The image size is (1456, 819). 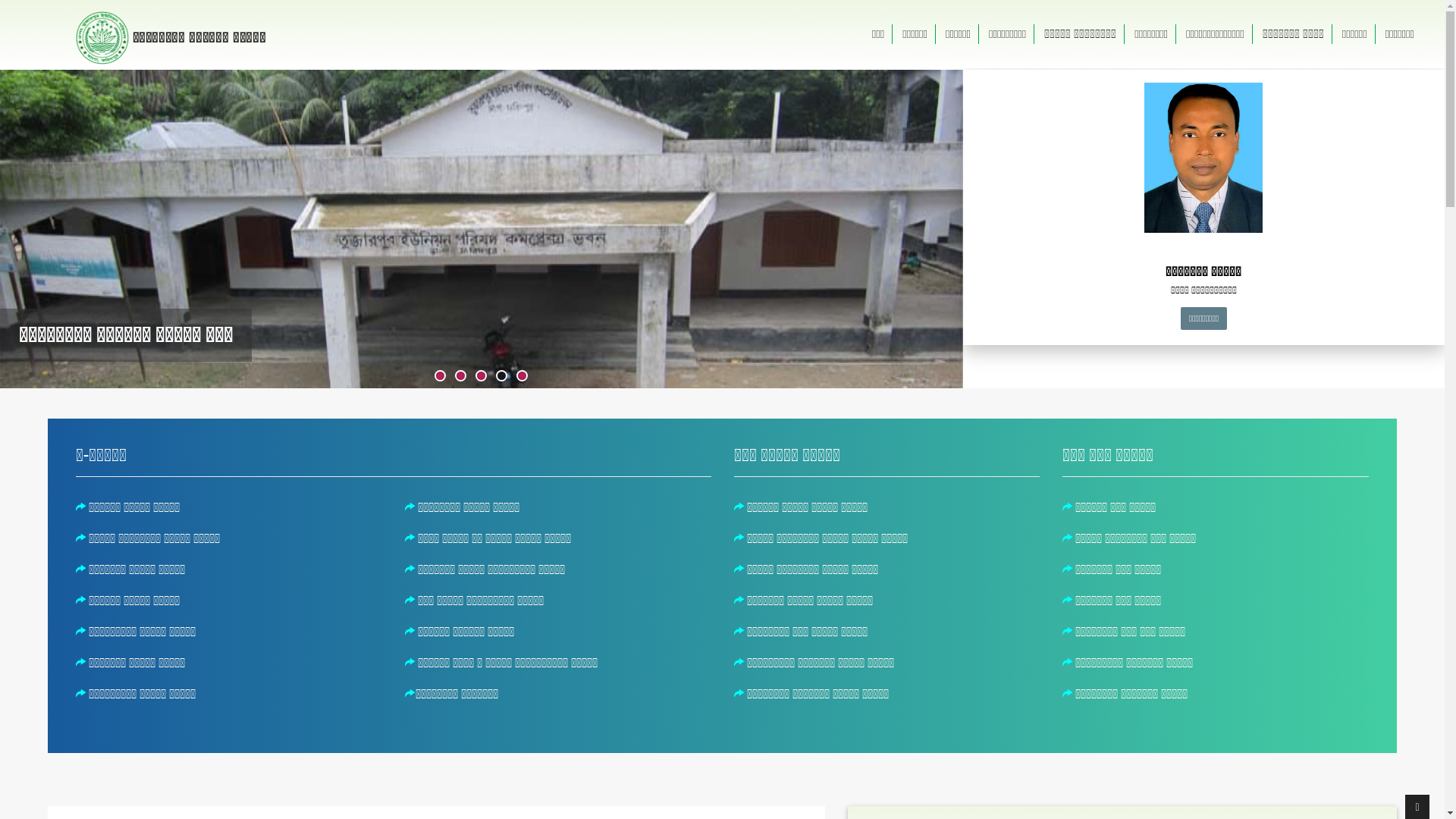 What do you see at coordinates (522, 375) in the screenshot?
I see `'5'` at bounding box center [522, 375].